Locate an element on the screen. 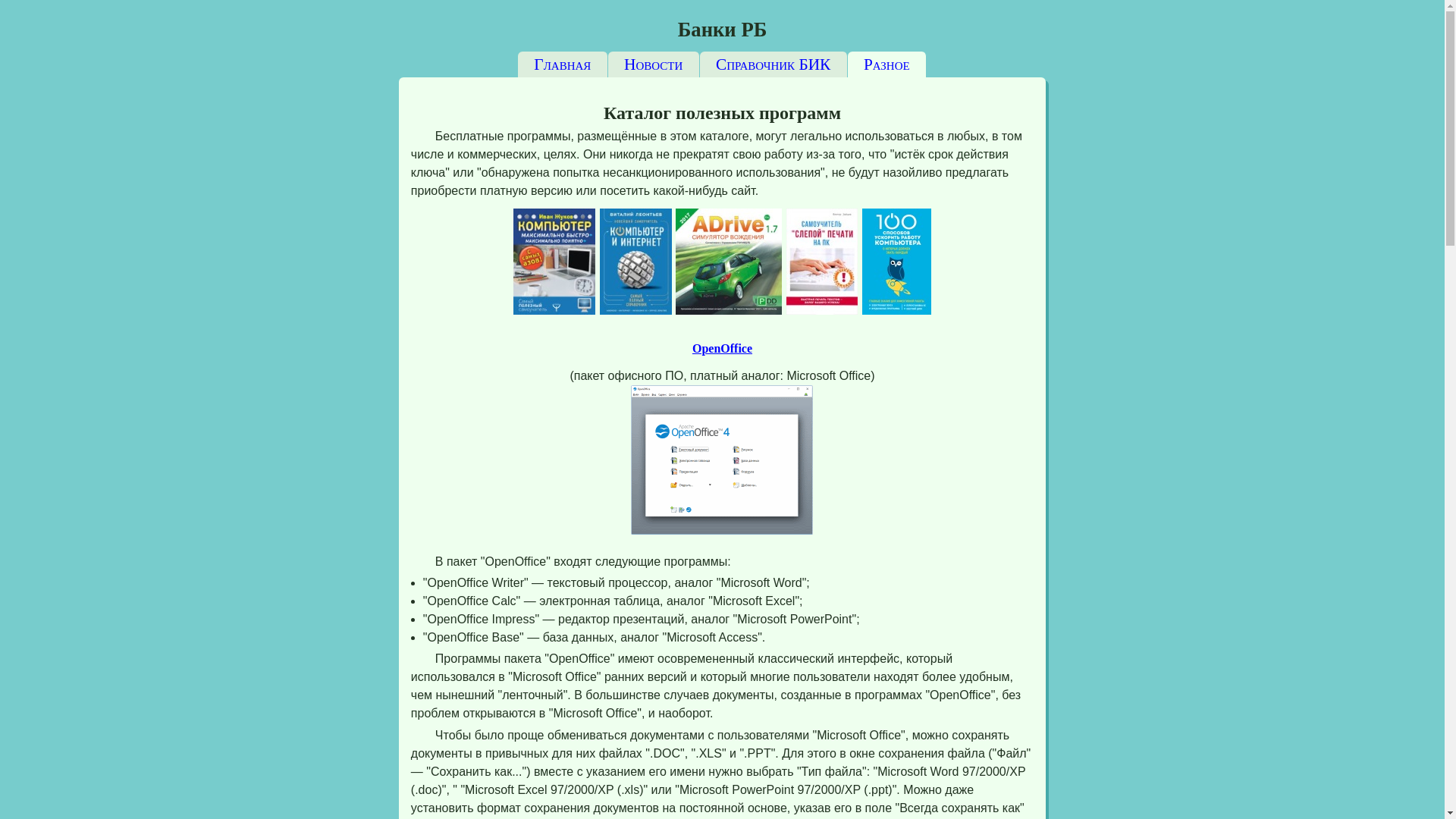 Image resolution: width=1456 pixels, height=819 pixels. 'OpenOffice' is located at coordinates (721, 348).